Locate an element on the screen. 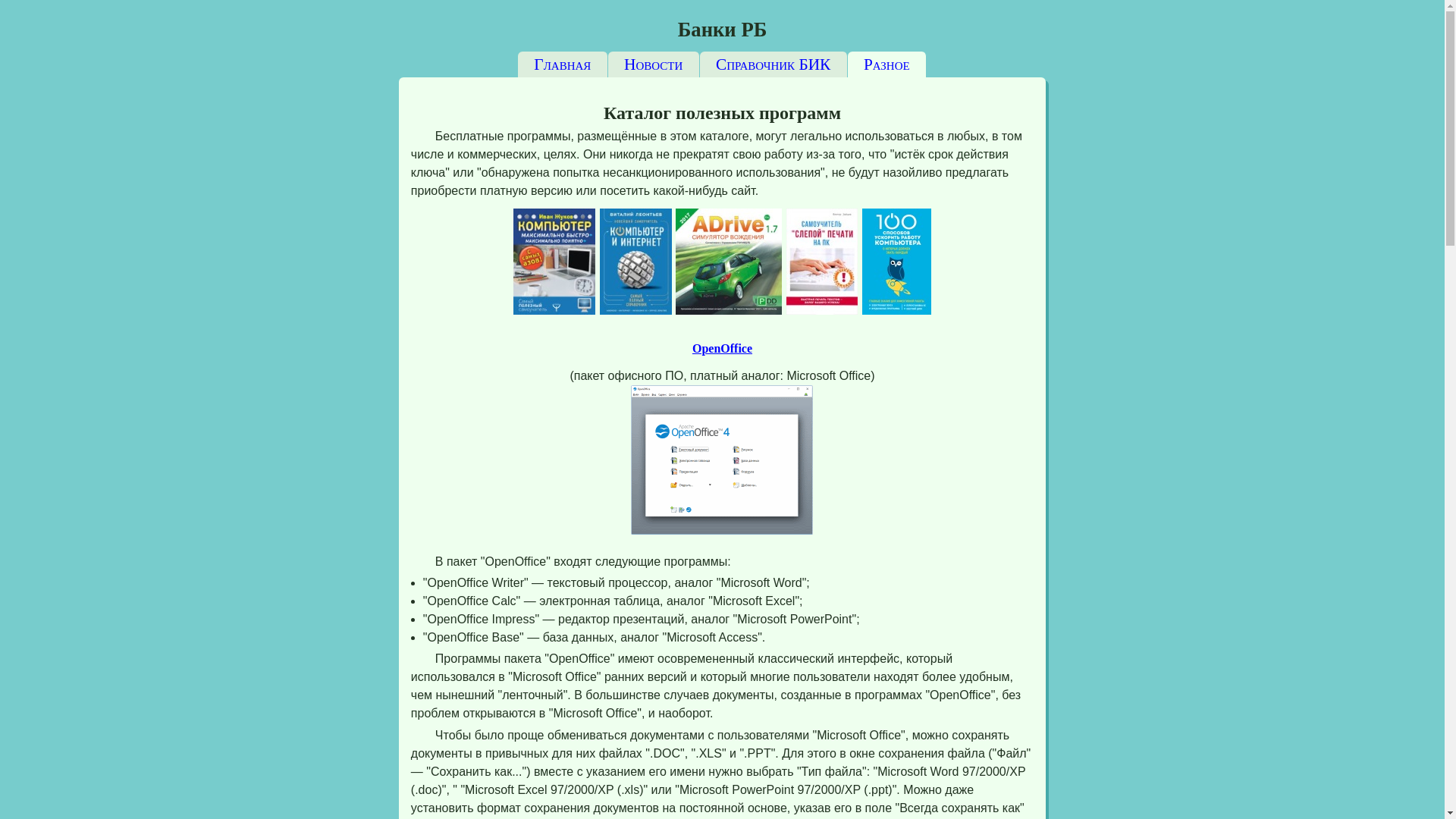 Image resolution: width=1456 pixels, height=819 pixels. 'OpenOffice' is located at coordinates (721, 348).